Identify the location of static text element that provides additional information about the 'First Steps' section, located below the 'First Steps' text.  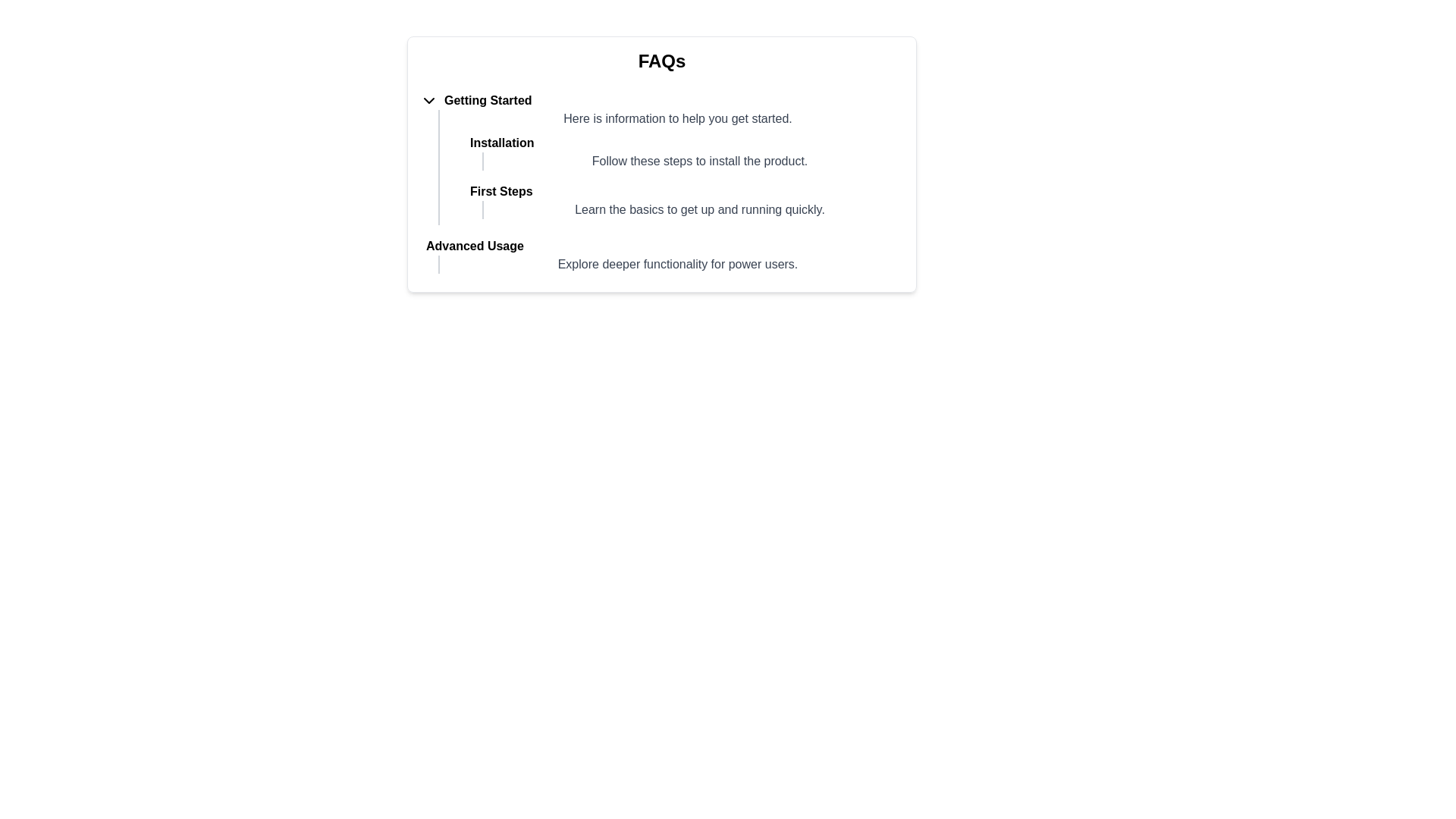
(692, 210).